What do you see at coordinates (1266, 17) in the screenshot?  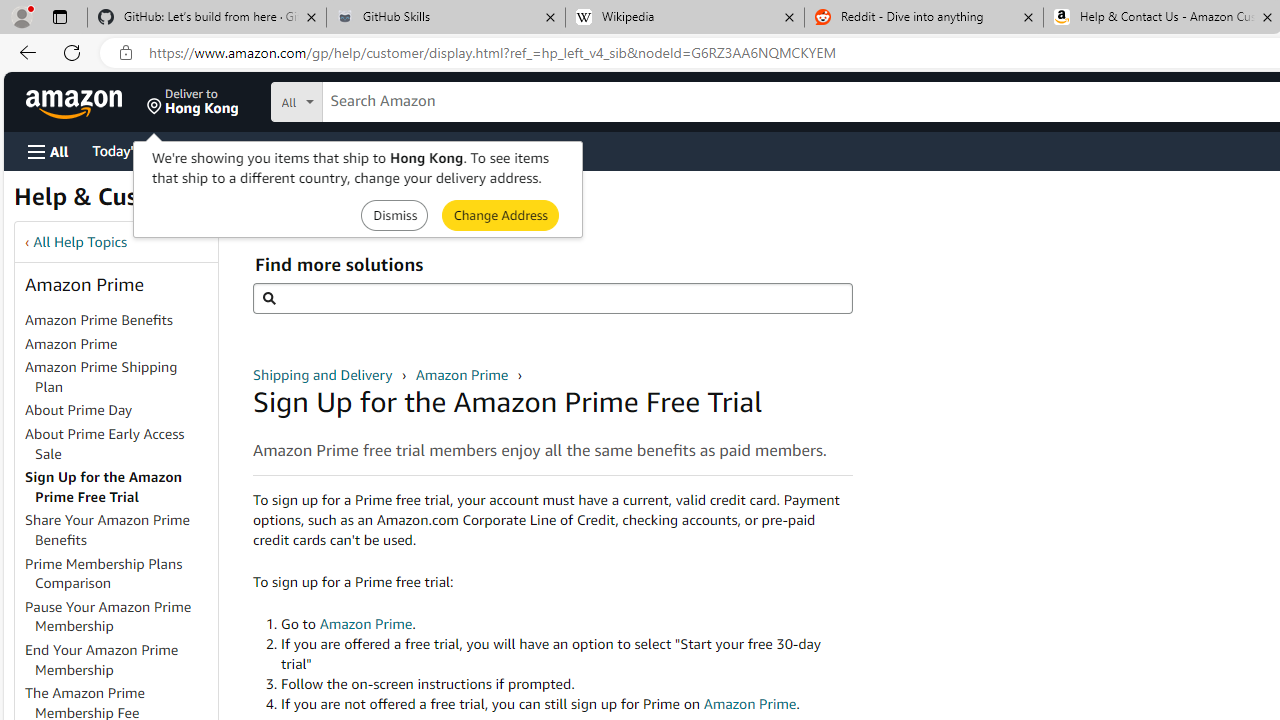 I see `'Close tab'` at bounding box center [1266, 17].